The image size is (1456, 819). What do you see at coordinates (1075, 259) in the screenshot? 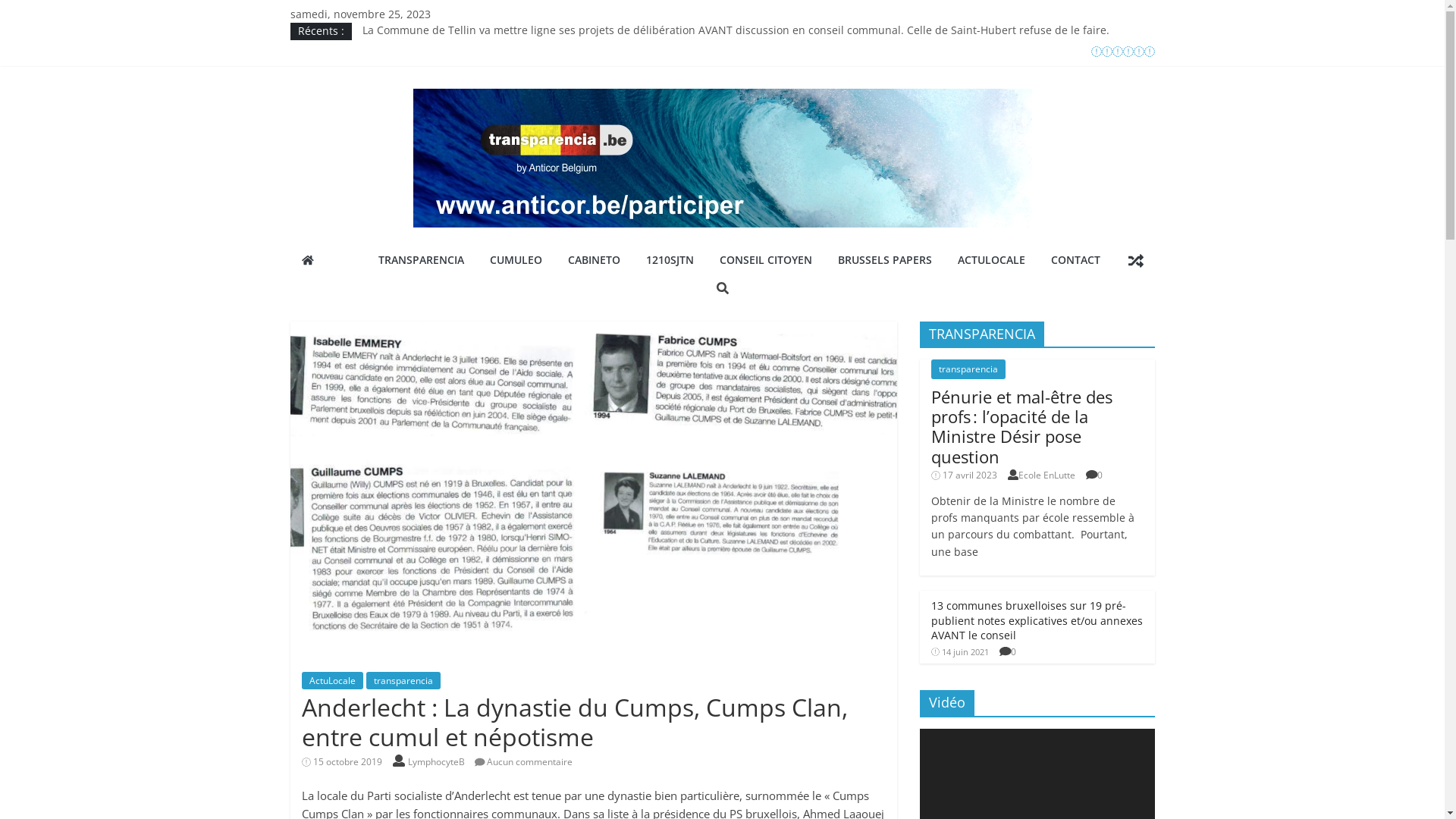
I see `'CONTACT'` at bounding box center [1075, 259].